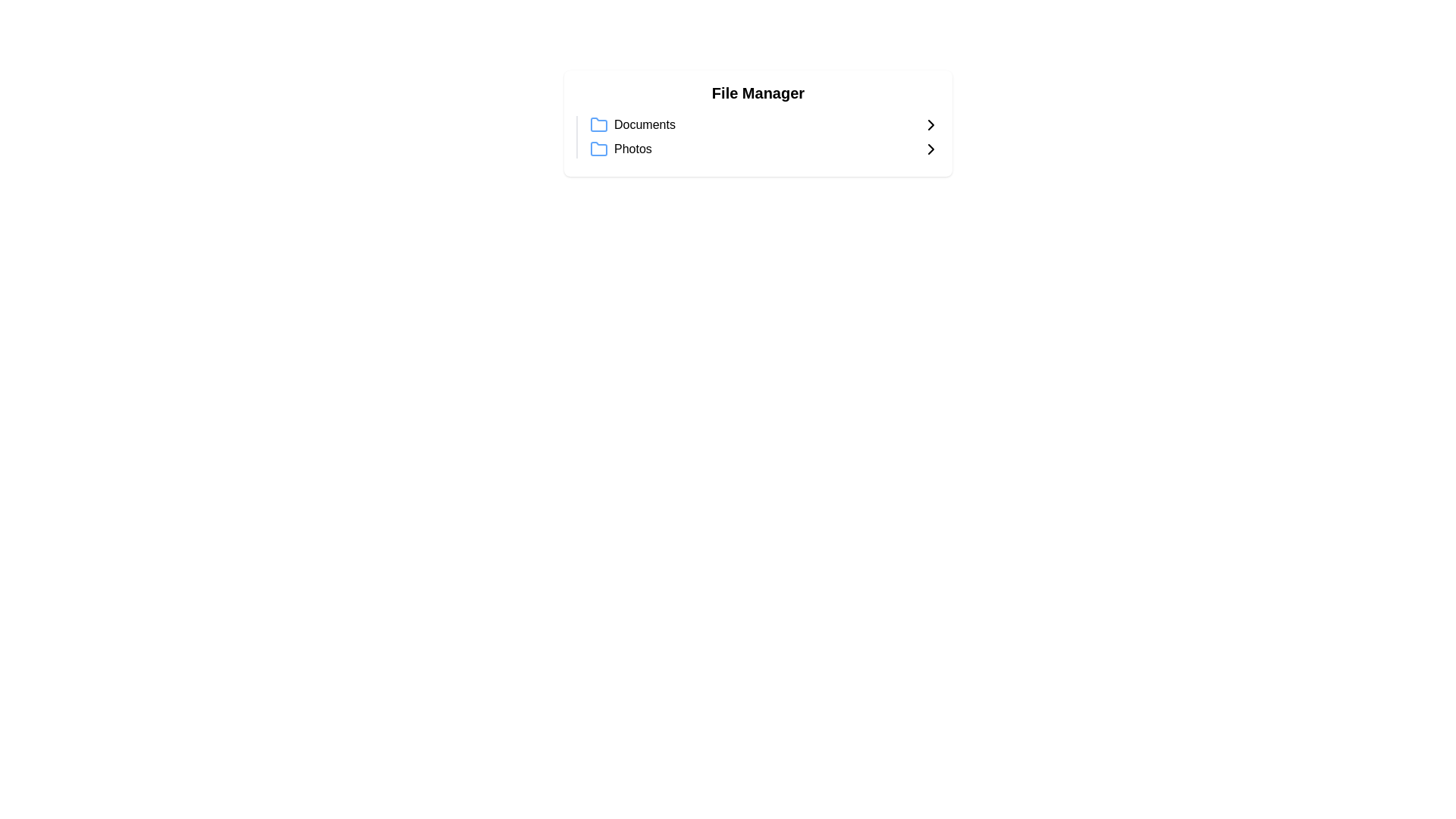 The image size is (1456, 819). I want to click on the 'Documents' folder icon, which is the first icon in the document list located at the top, so click(598, 124).